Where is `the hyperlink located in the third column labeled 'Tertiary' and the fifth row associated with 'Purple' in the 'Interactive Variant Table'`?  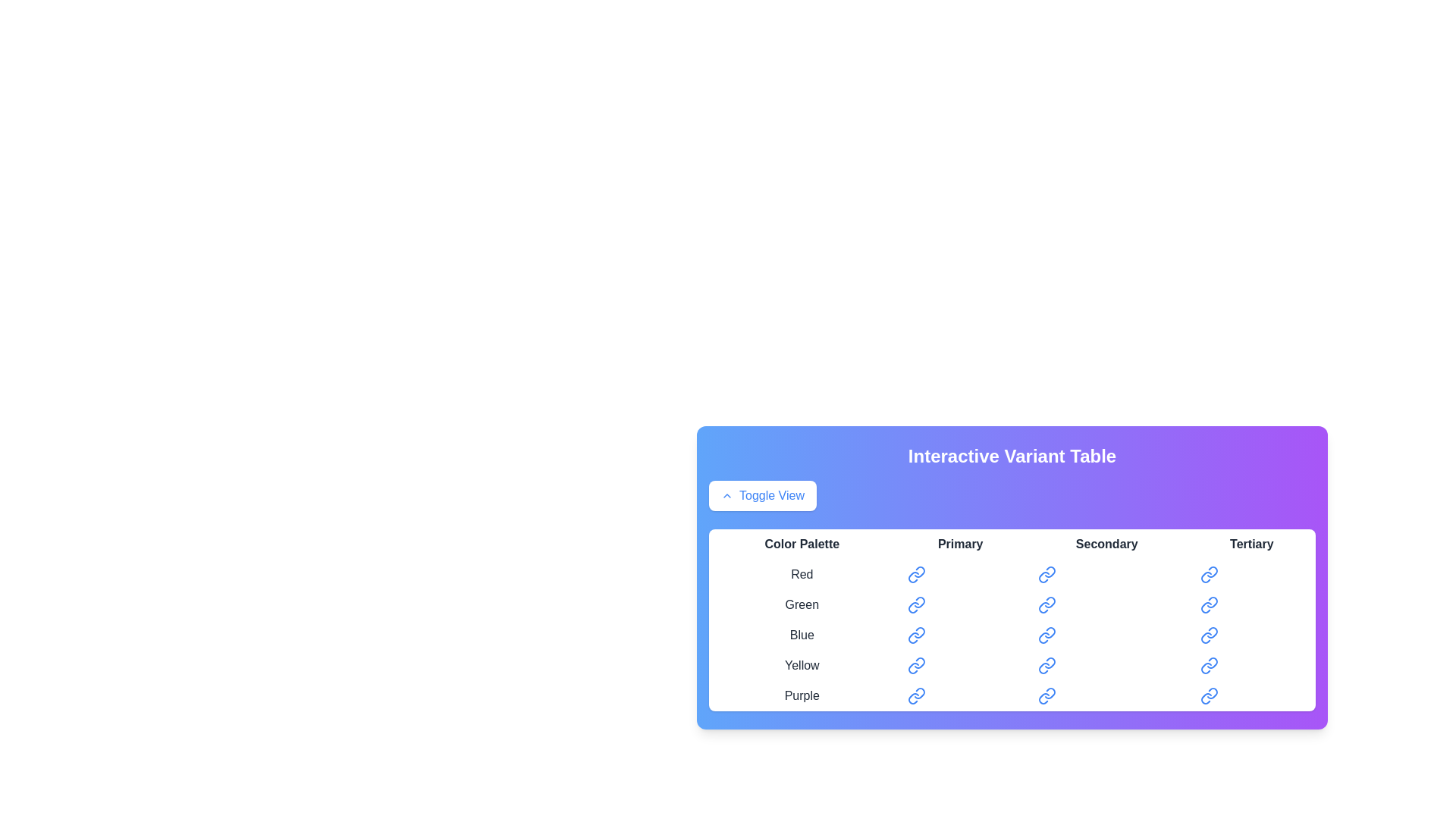 the hyperlink located in the third column labeled 'Tertiary' and the fifth row associated with 'Purple' in the 'Interactive Variant Table' is located at coordinates (1208, 696).